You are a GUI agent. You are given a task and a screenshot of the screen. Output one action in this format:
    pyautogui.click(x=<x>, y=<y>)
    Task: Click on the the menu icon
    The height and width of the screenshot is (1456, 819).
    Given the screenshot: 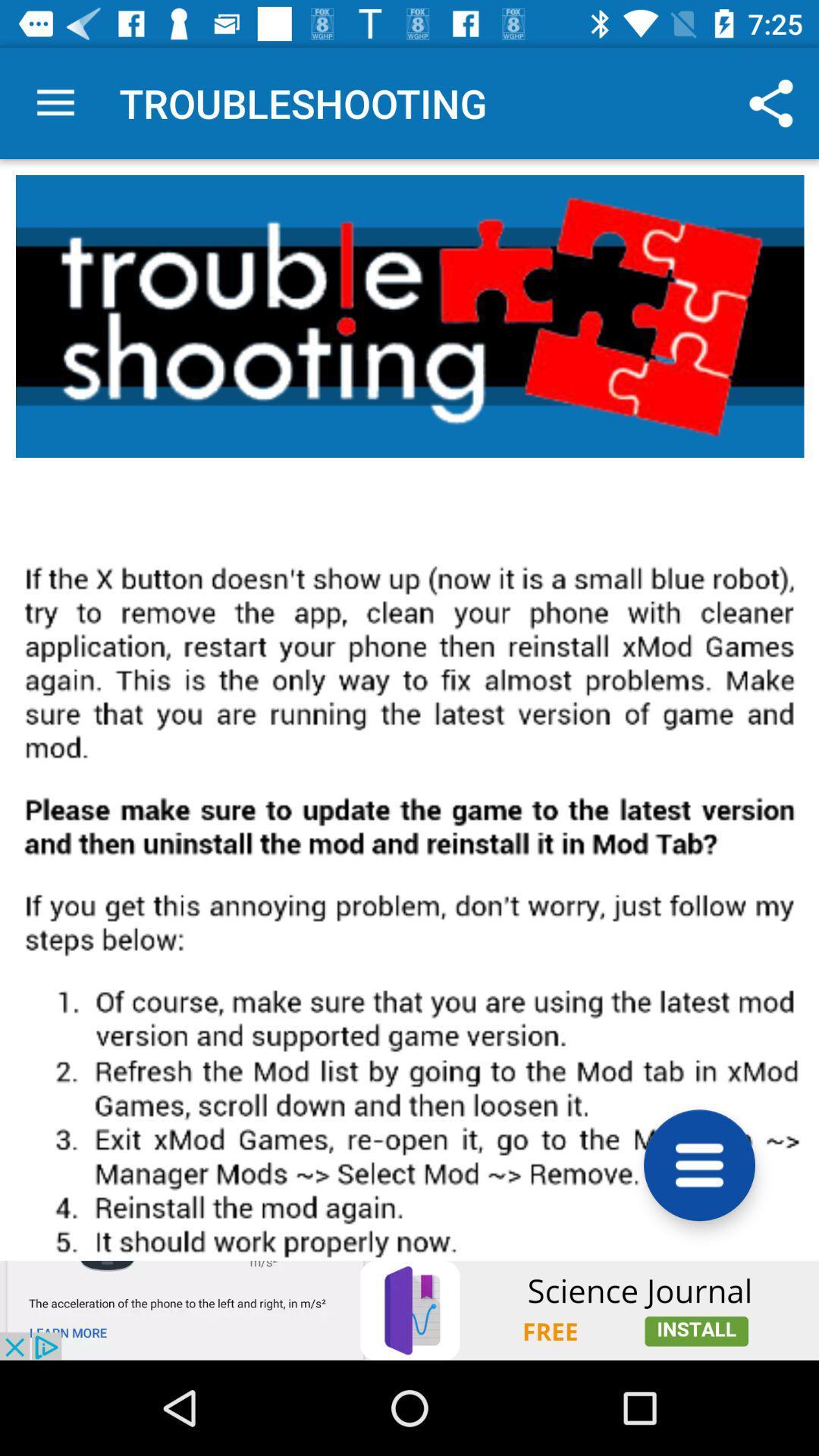 What is the action you would take?
    pyautogui.click(x=699, y=1164)
    